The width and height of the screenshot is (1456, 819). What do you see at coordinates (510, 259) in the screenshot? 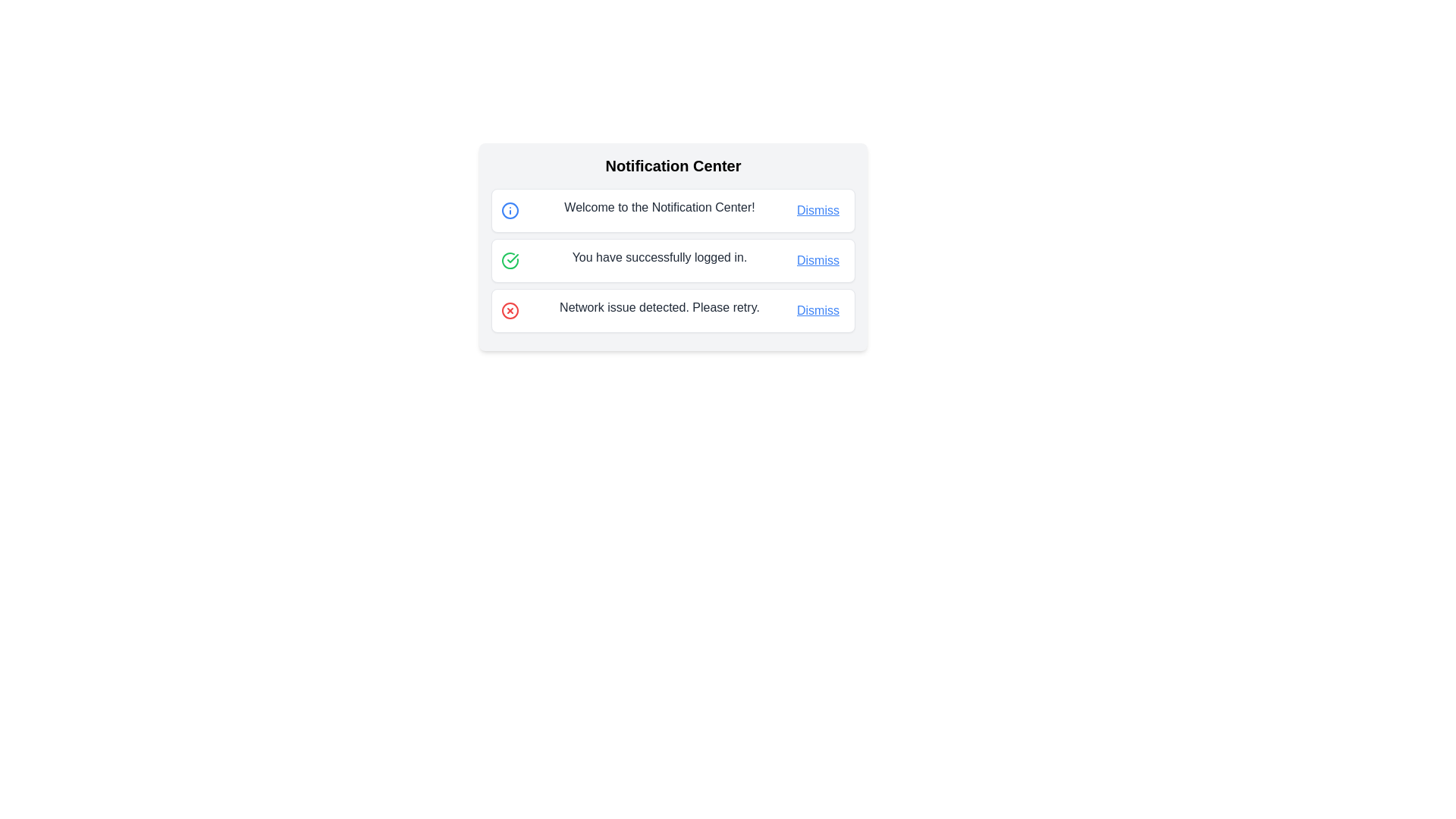
I see `the visual indicator icon that confirms successful login status, located in the second notification row of the notification center, aligned to the left of the text 'You have successfully logged in.'` at bounding box center [510, 259].